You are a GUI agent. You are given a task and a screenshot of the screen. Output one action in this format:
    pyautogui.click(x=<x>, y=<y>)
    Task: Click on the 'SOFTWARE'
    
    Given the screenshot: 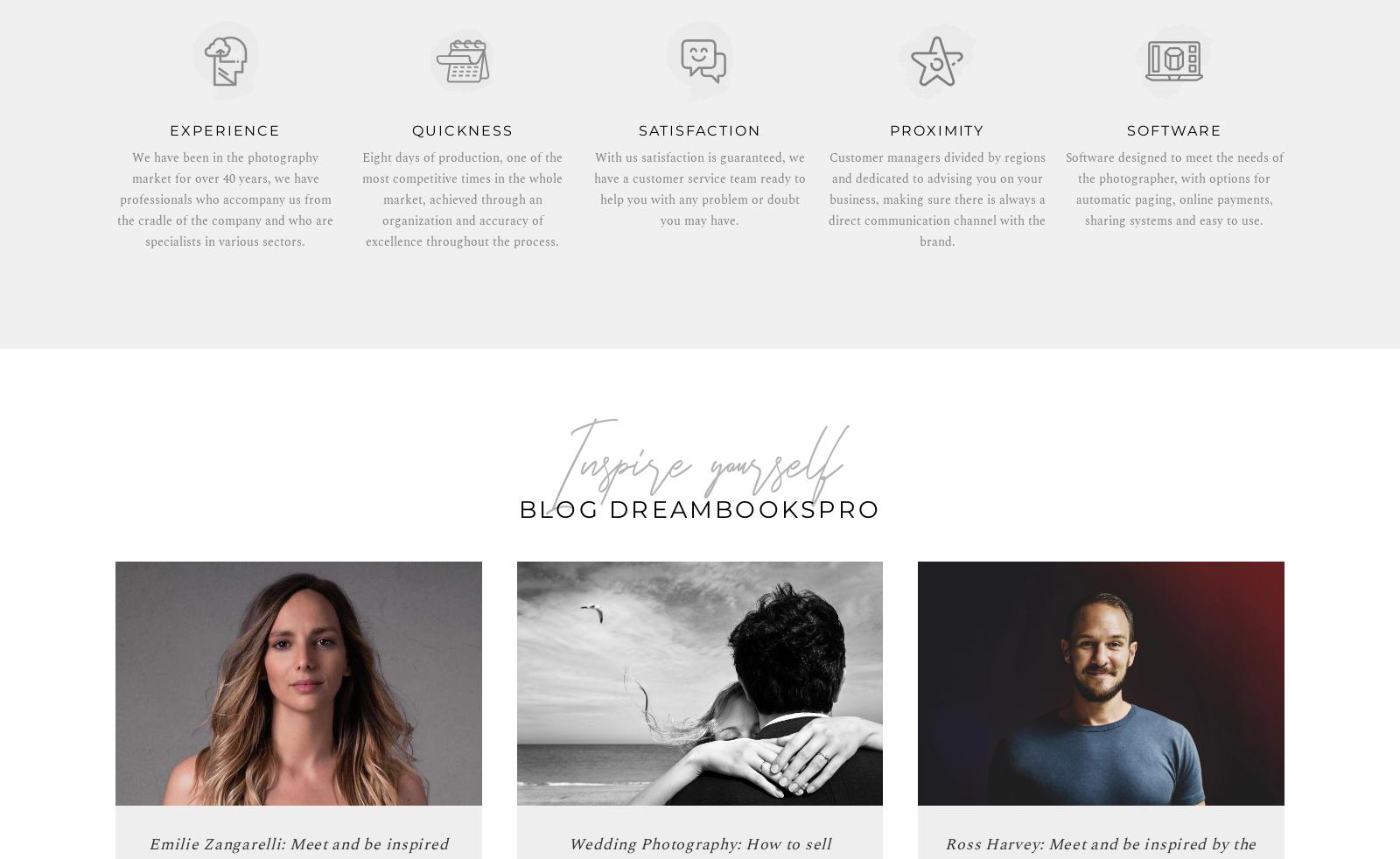 What is the action you would take?
    pyautogui.click(x=1173, y=129)
    